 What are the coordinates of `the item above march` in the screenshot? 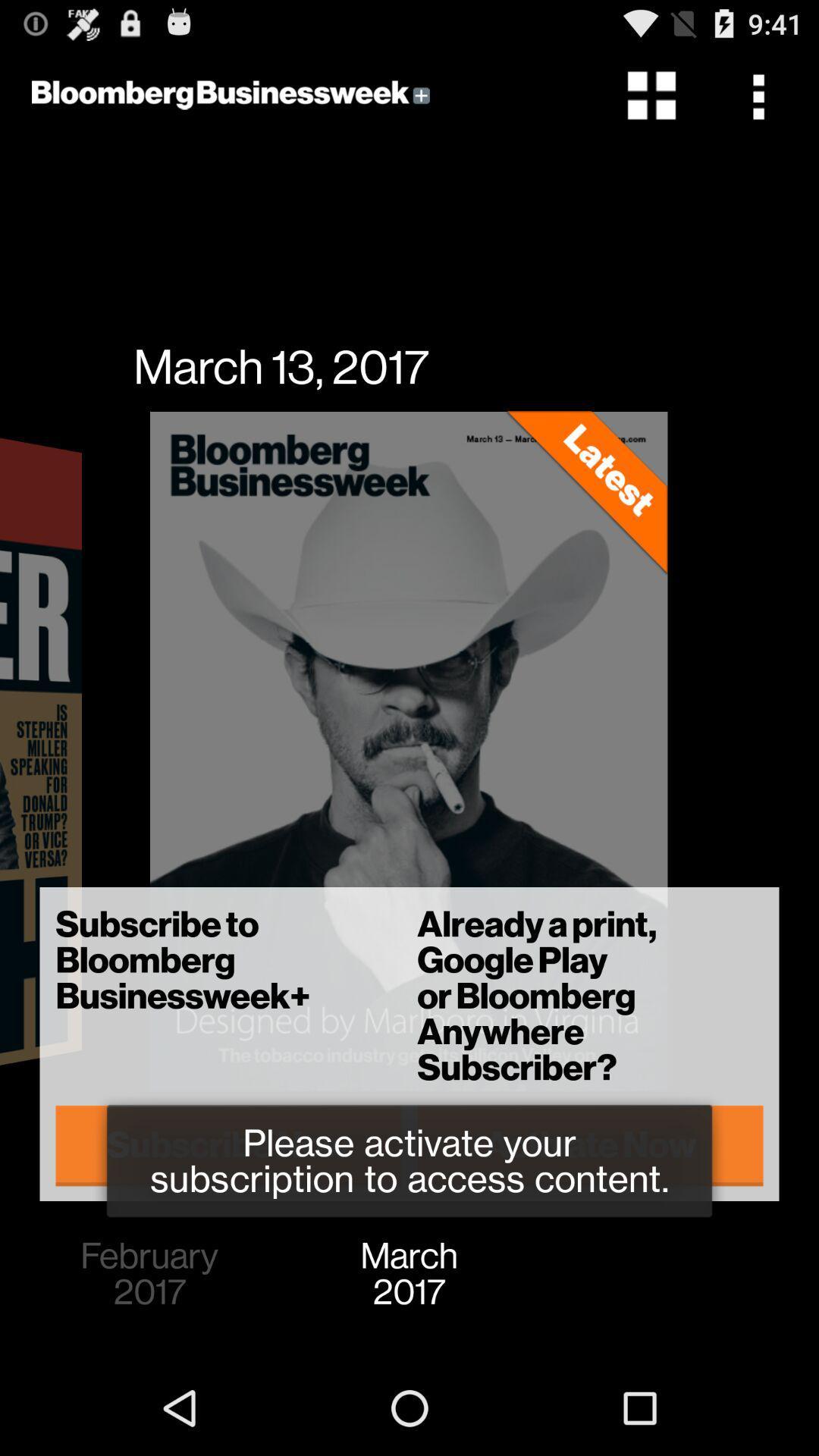 It's located at (589, 1145).